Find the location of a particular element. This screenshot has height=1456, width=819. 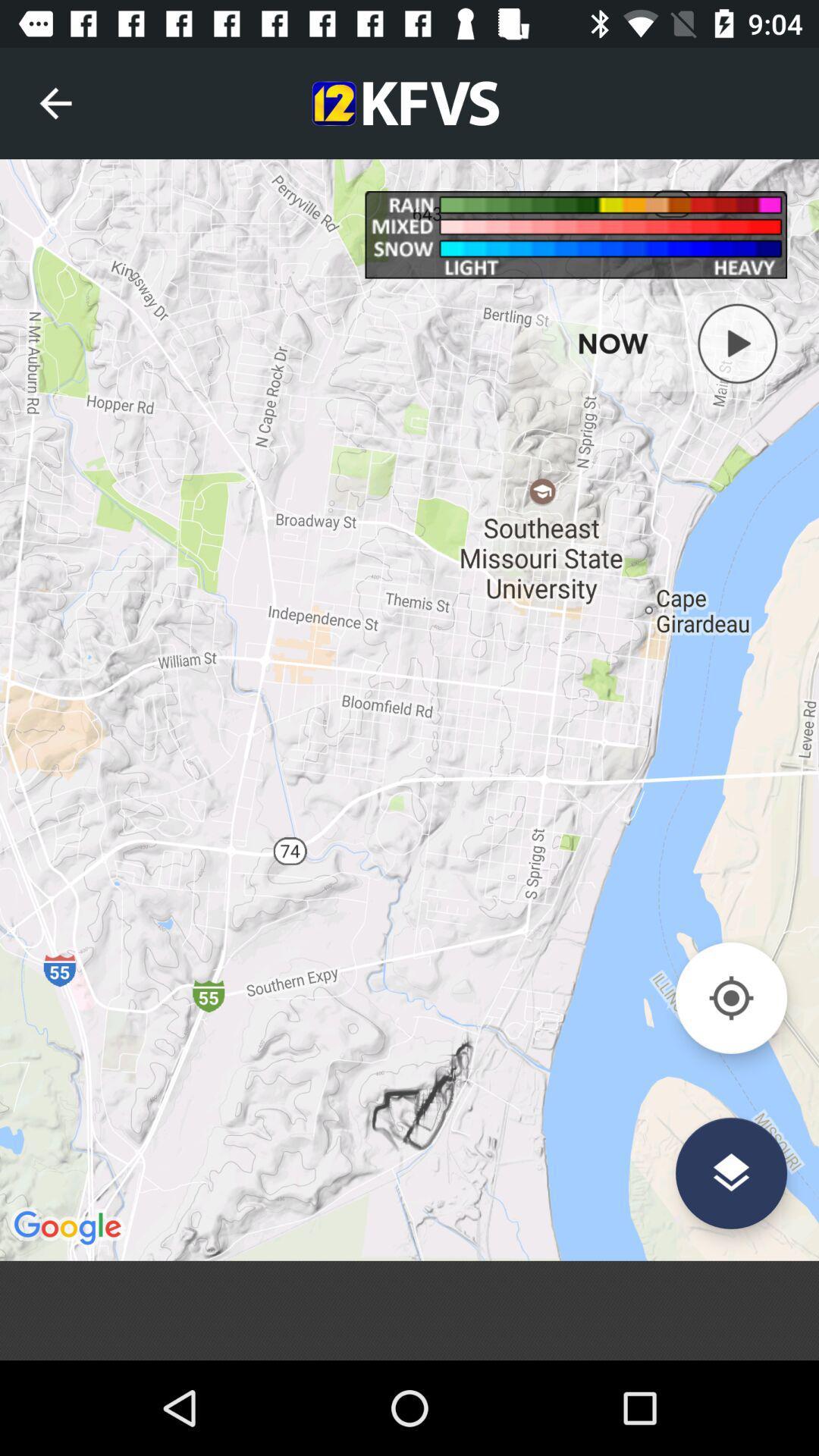

the location_crosshair icon is located at coordinates (730, 998).